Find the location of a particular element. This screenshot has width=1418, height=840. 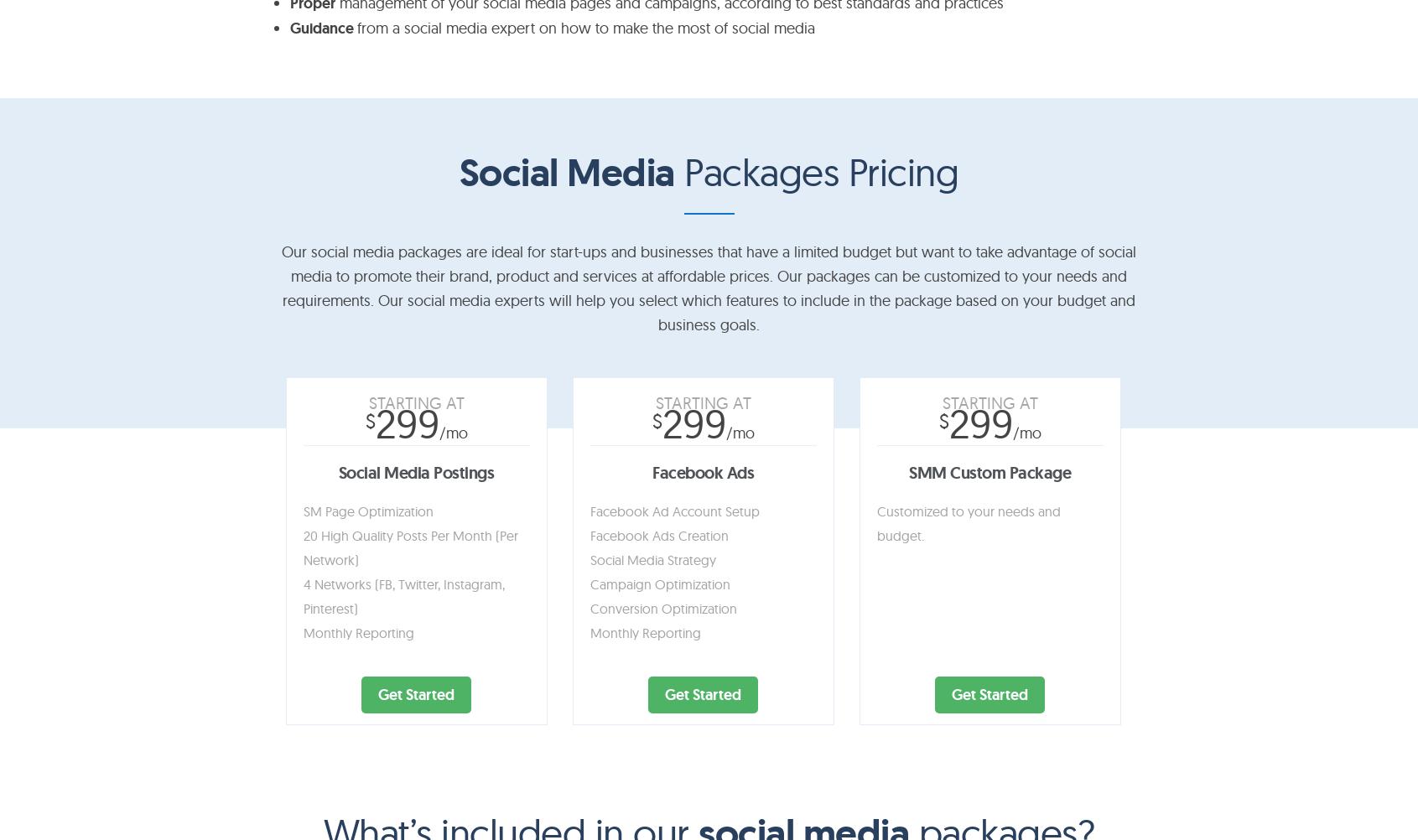

'Customized to your needs and budget.' is located at coordinates (968, 521).